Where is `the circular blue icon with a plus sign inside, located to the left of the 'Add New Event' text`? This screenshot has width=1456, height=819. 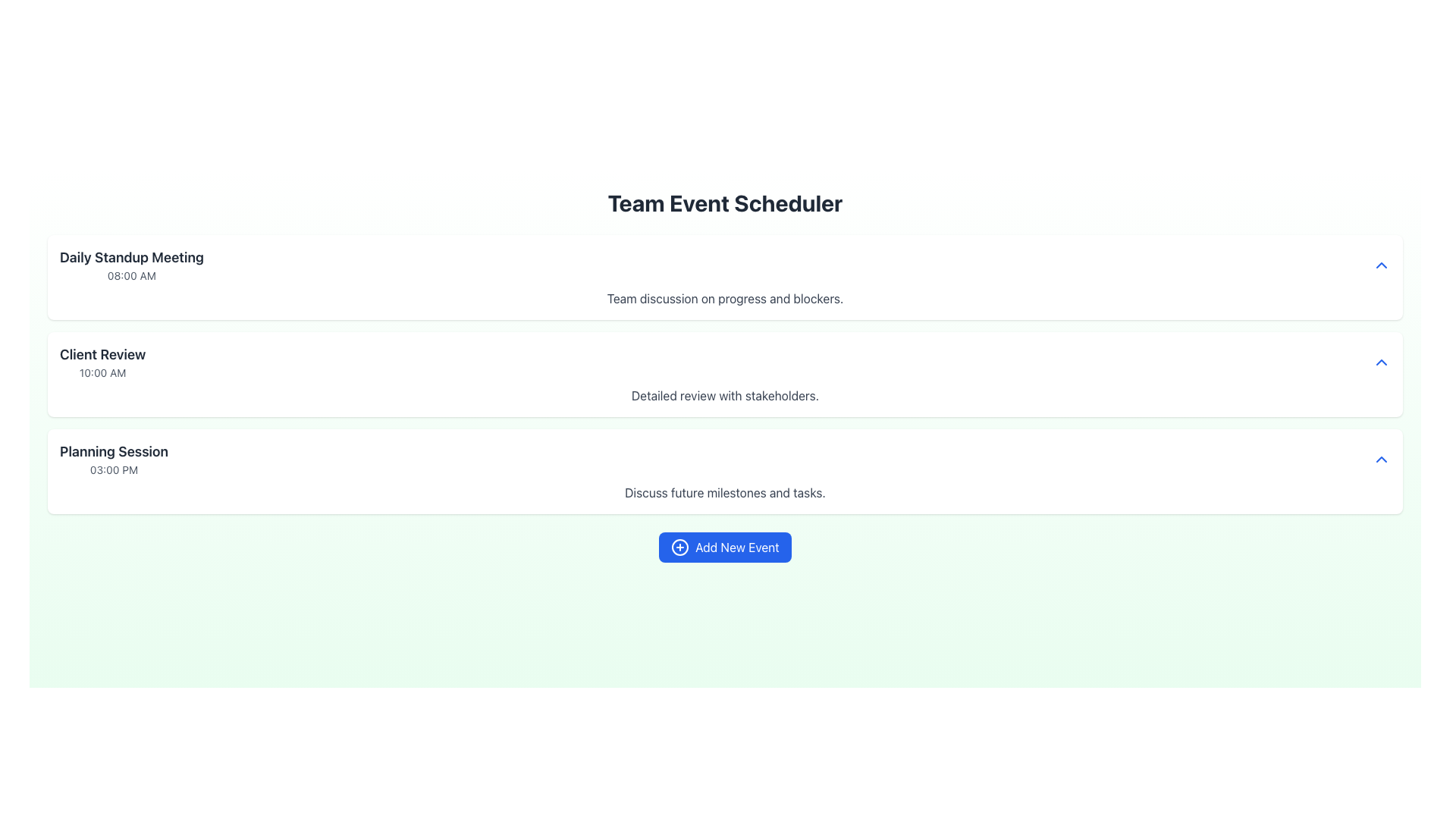
the circular blue icon with a plus sign inside, located to the left of the 'Add New Event' text is located at coordinates (679, 547).